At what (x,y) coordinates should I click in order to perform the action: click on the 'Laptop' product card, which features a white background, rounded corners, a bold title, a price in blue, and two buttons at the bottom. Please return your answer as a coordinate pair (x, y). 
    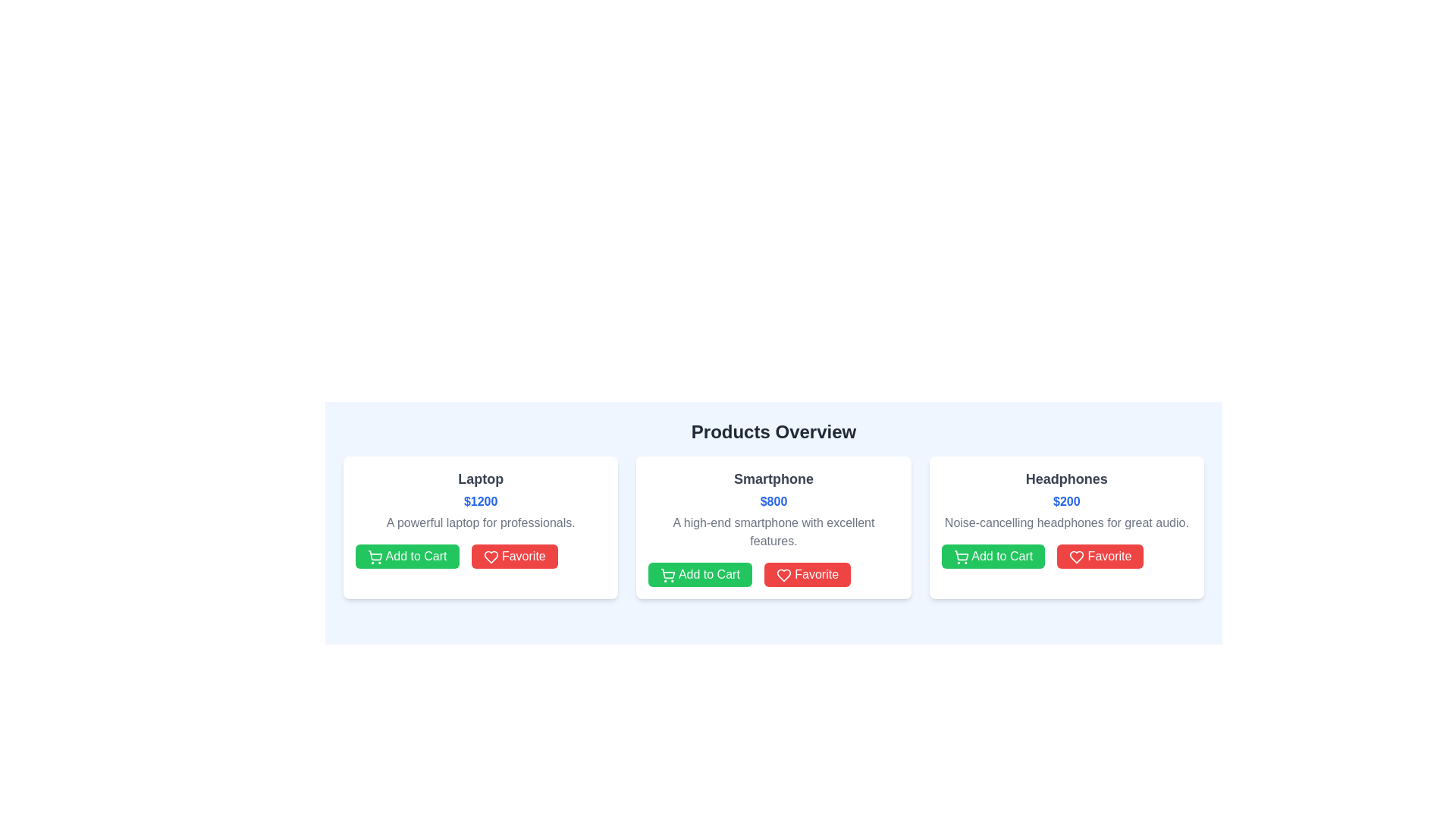
    Looking at the image, I should click on (480, 526).